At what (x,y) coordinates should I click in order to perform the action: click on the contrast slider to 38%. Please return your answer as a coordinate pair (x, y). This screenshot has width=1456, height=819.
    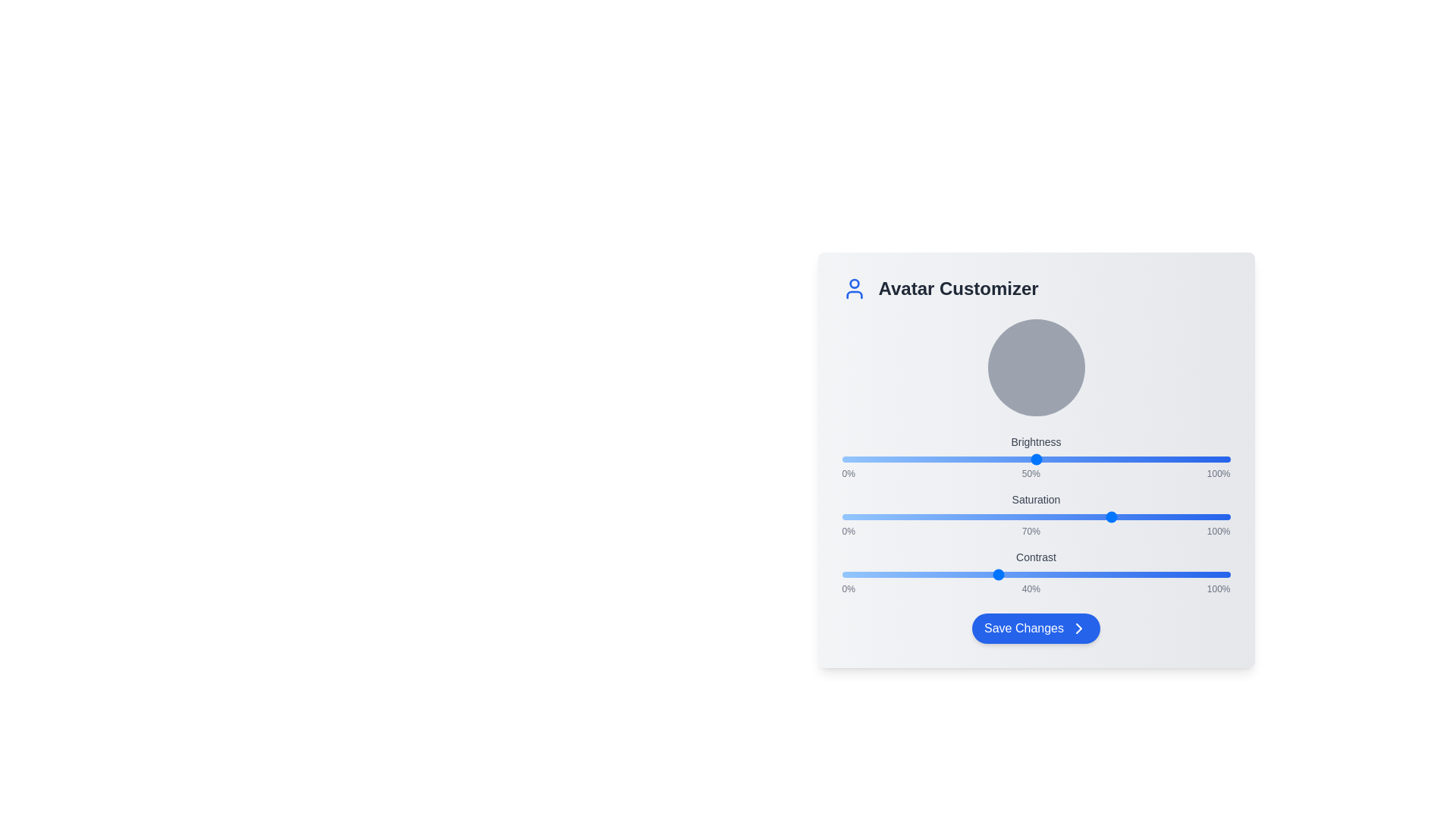
    Looking at the image, I should click on (990, 575).